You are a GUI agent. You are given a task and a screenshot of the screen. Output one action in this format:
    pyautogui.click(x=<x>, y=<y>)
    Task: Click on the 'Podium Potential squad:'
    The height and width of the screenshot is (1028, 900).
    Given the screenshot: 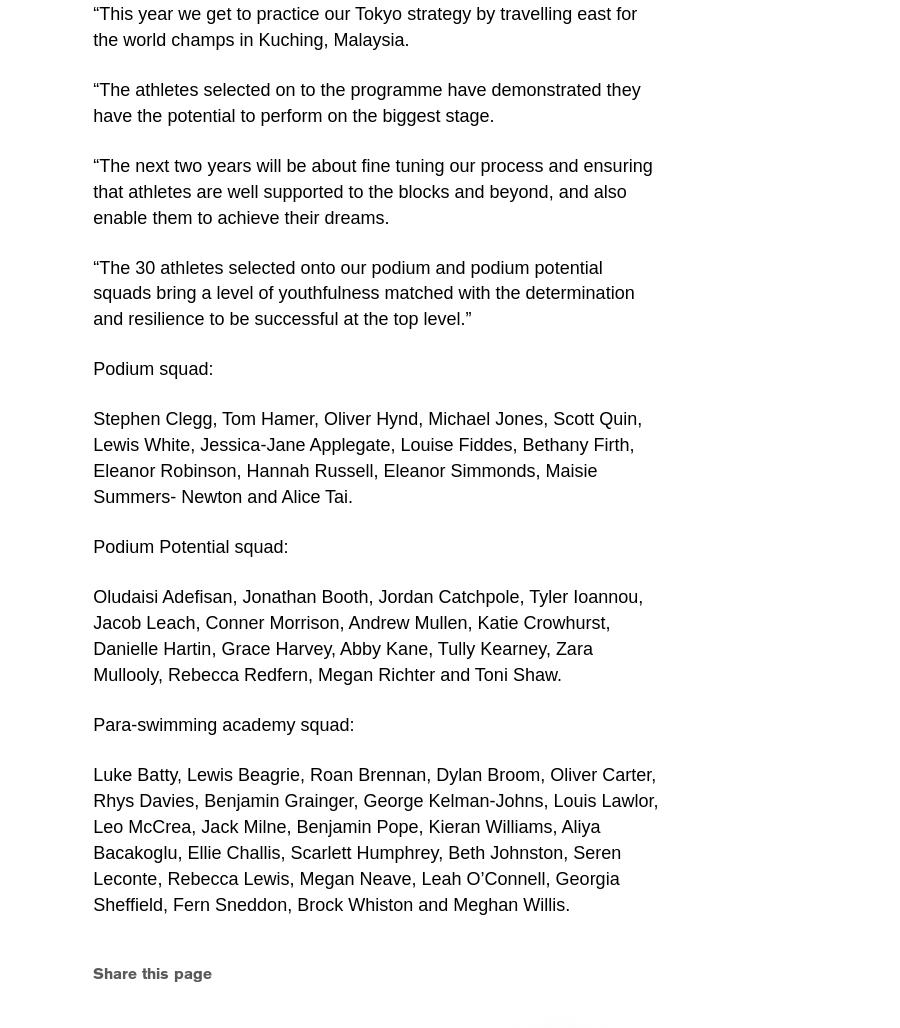 What is the action you would take?
    pyautogui.click(x=190, y=546)
    